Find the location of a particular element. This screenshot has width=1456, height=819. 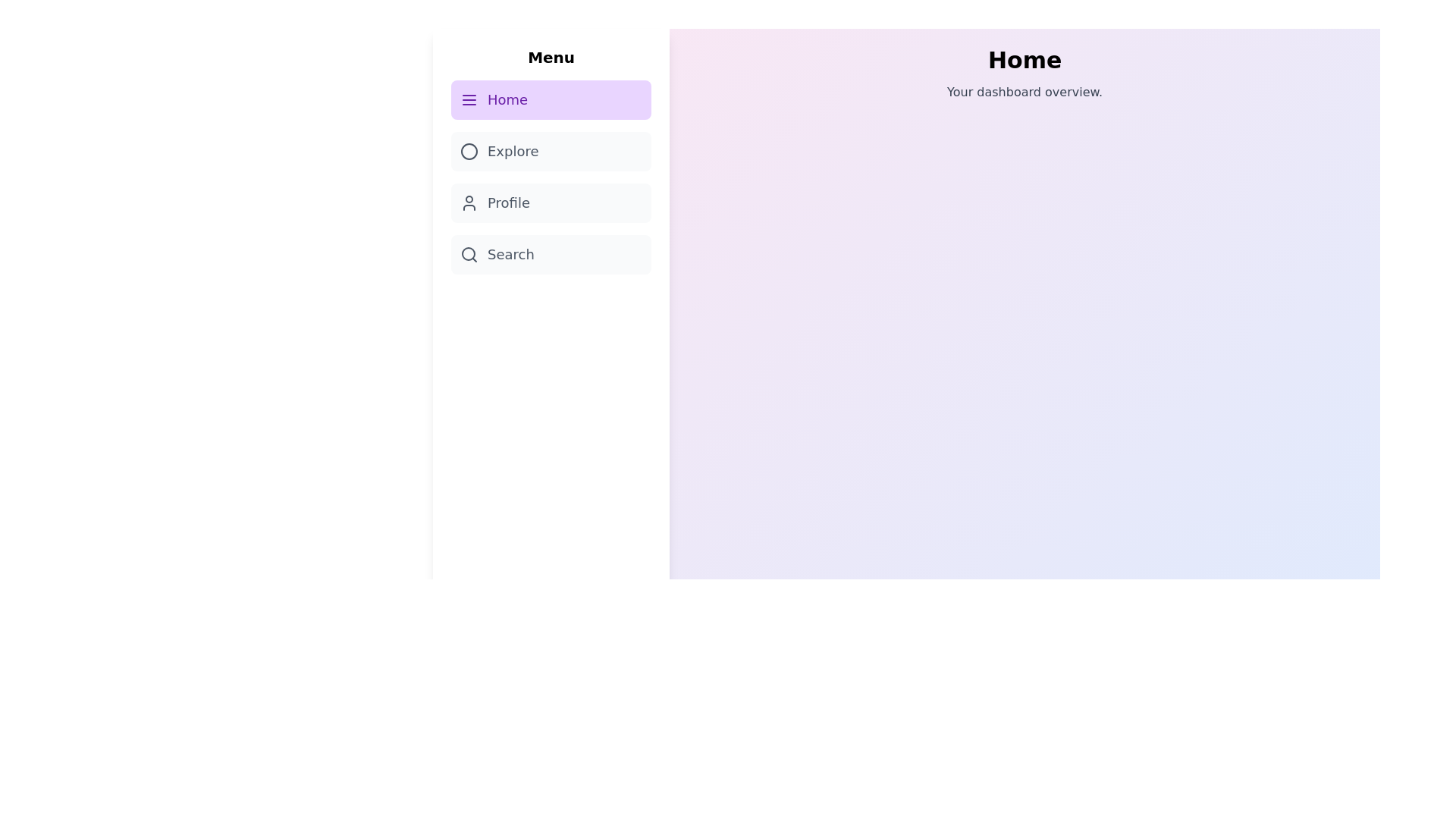

the sidebar menu item corresponding to Explore is located at coordinates (550, 152).